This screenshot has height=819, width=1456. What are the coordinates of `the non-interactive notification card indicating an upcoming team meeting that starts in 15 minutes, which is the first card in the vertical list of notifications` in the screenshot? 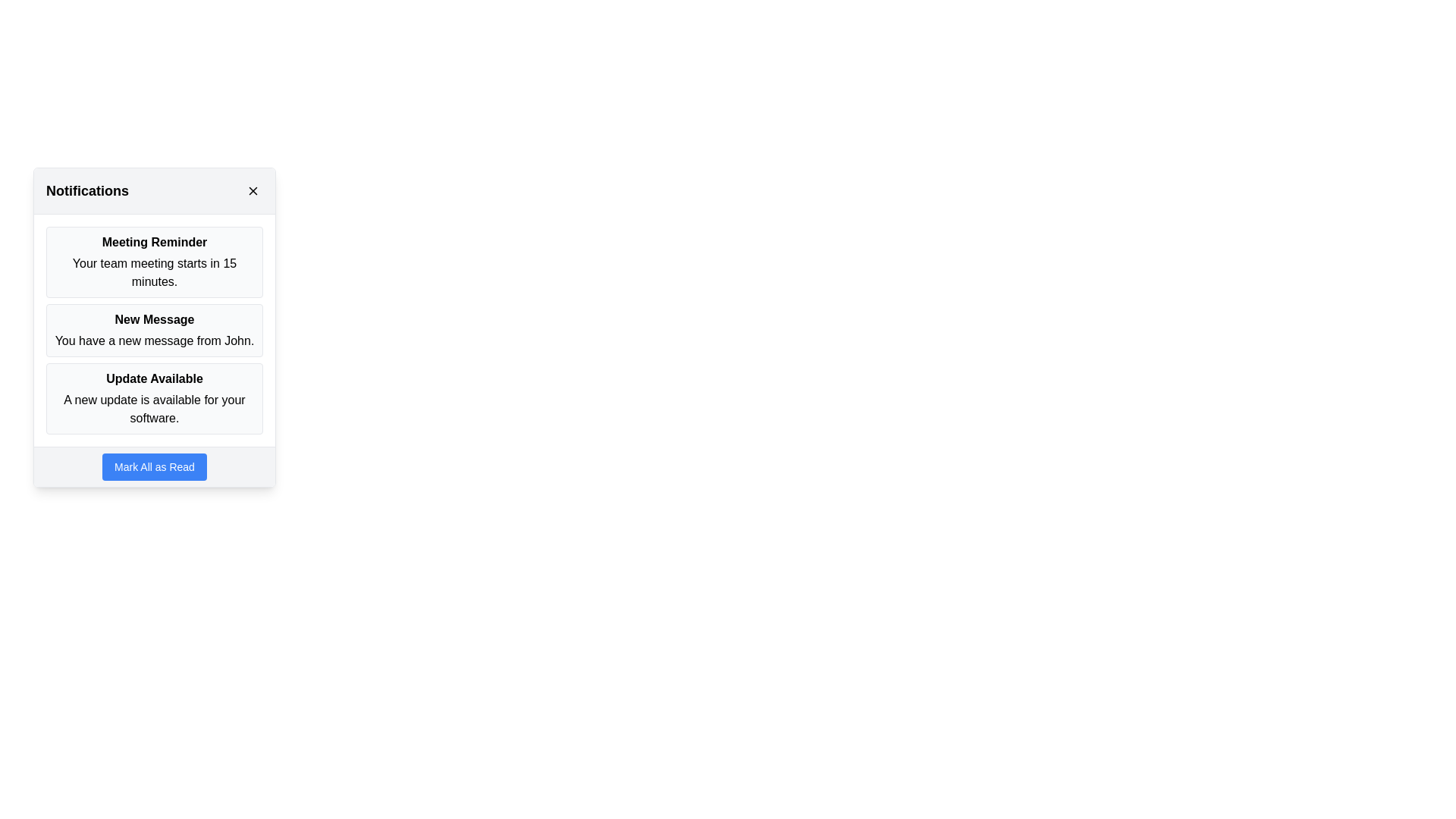 It's located at (154, 262).